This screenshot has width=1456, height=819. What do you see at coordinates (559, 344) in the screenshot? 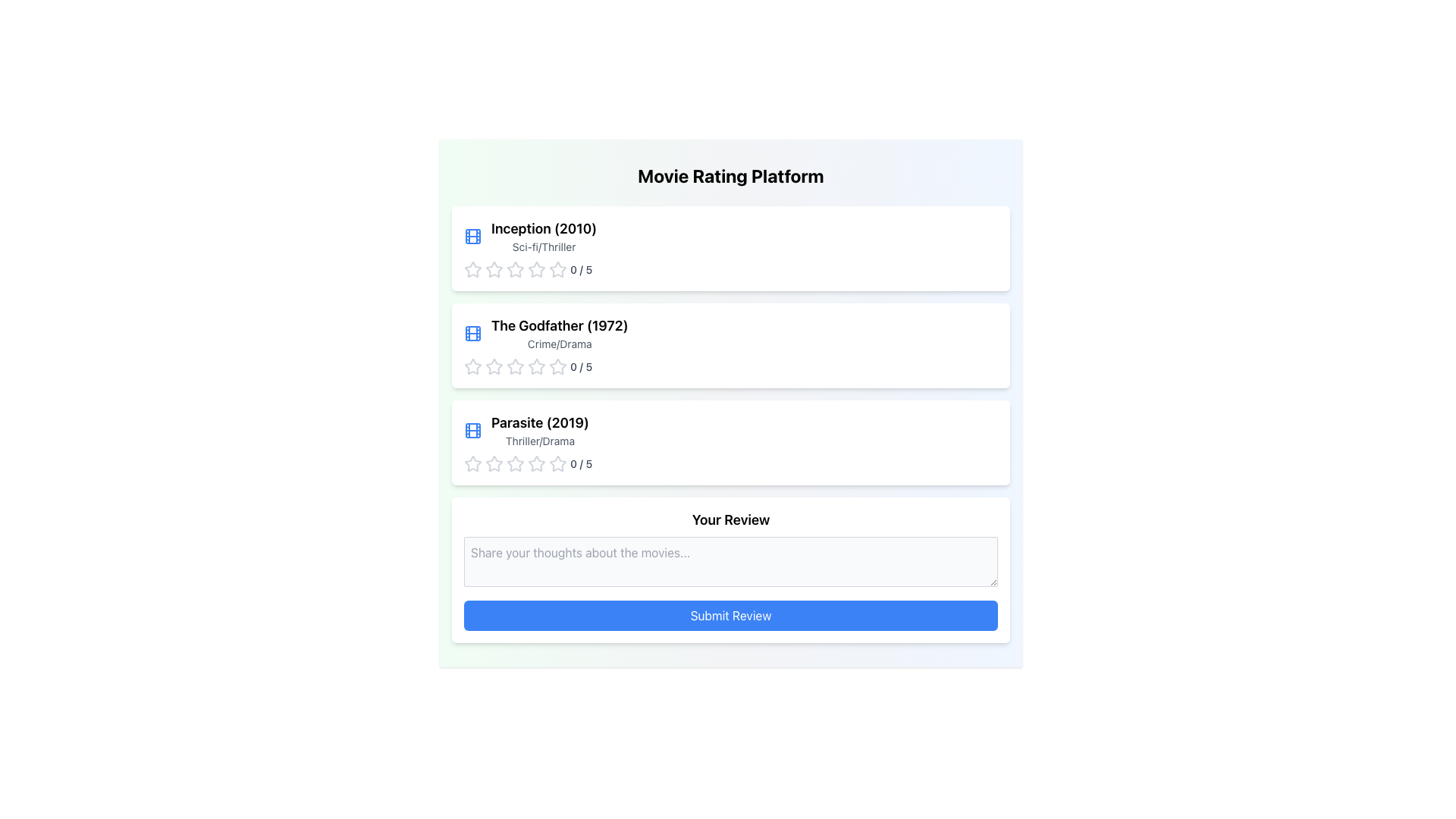
I see `the text label displaying the genre 'Crime/Drama', which is styled in light gray and located beneath the movie title 'The Godfather (1972)'` at bounding box center [559, 344].